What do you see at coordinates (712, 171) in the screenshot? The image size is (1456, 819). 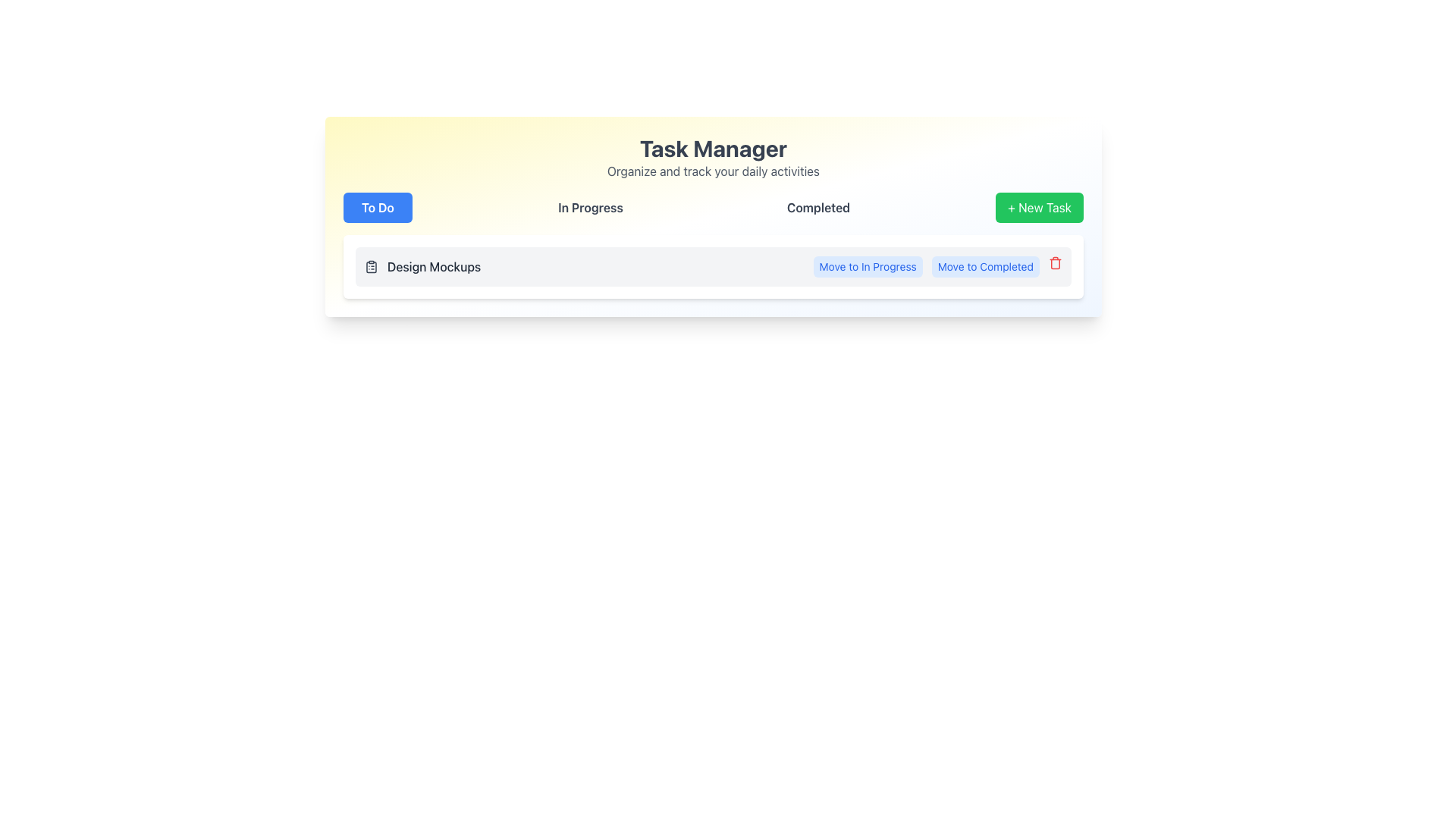 I see `the static text that displays 'Organize and track your daily activities', which is styled in gray below the 'Task Manager' header` at bounding box center [712, 171].